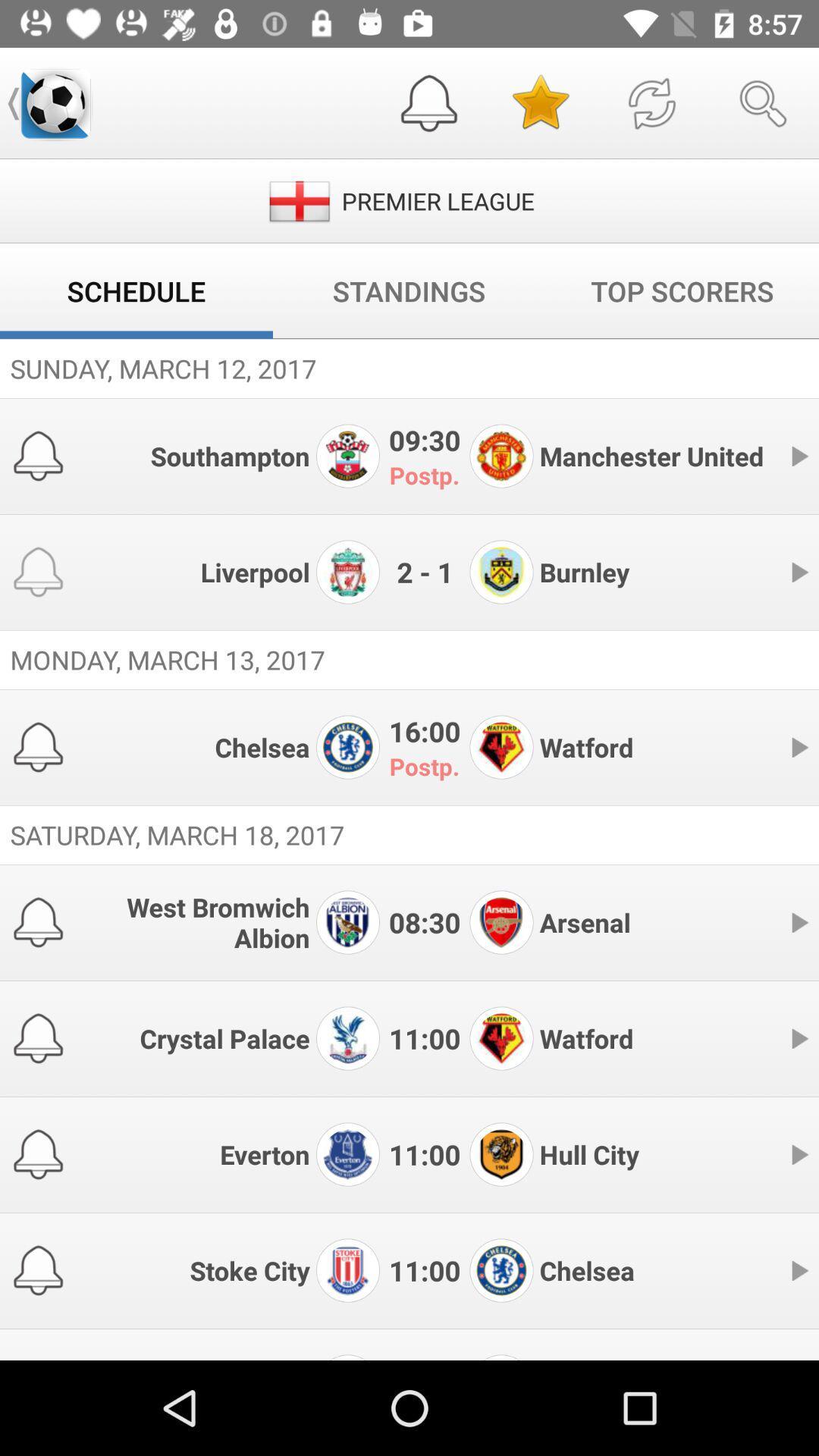  Describe the element at coordinates (651, 102) in the screenshot. I see `the item above the top scorers item` at that location.